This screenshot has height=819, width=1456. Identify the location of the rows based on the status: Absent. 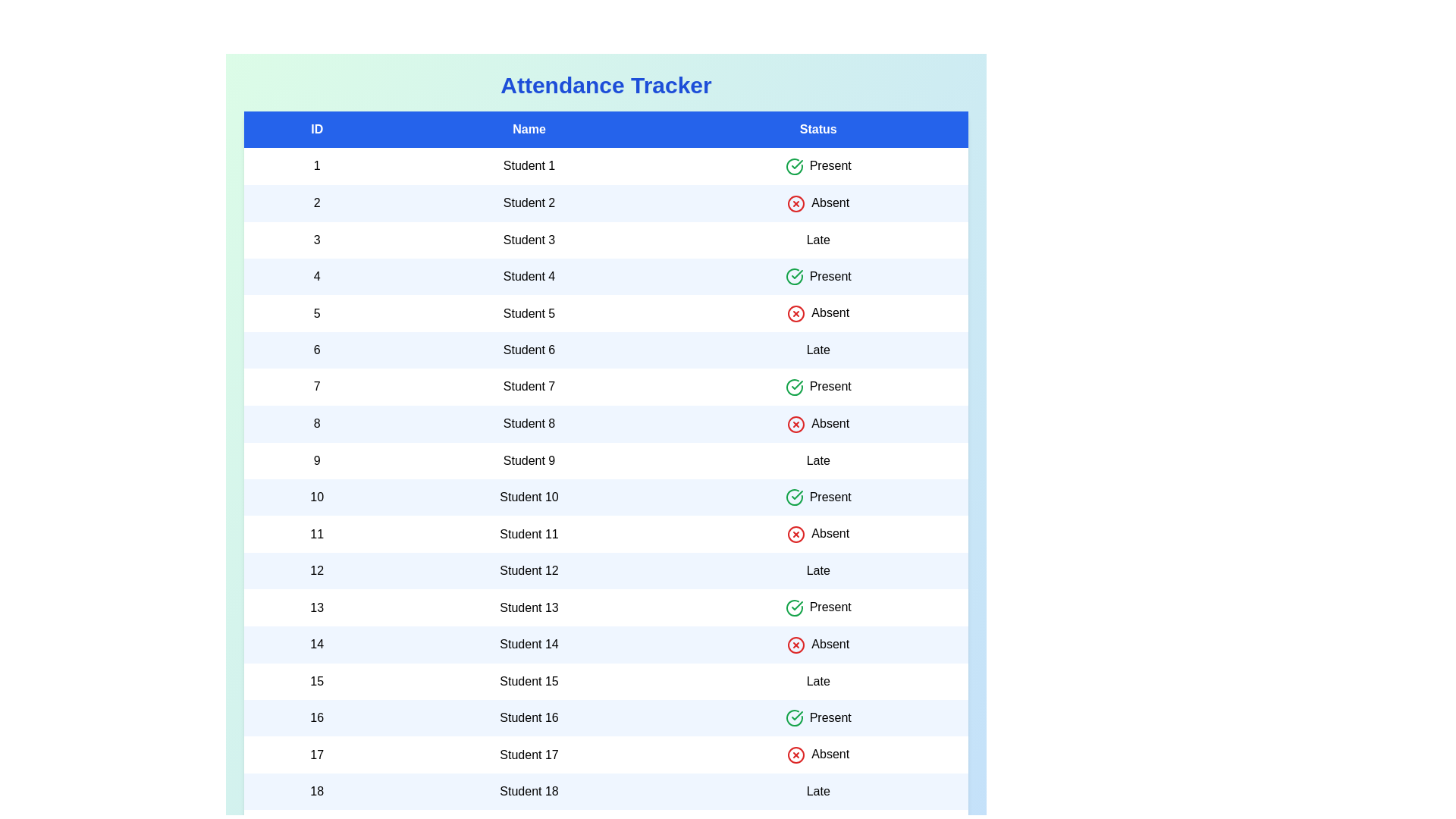
(795, 202).